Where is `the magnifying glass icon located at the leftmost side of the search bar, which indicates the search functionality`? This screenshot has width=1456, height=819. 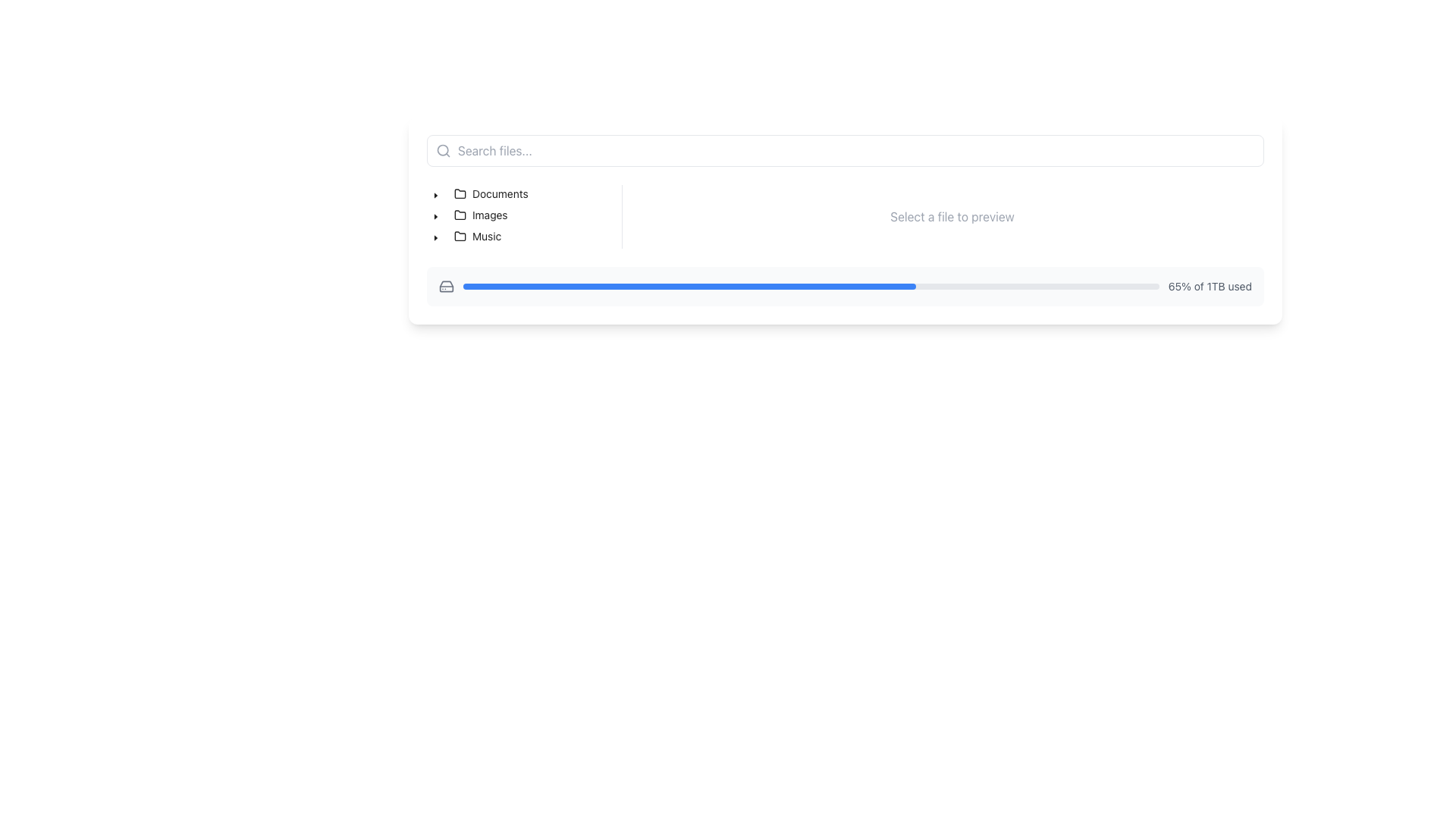
the magnifying glass icon located at the leftmost side of the search bar, which indicates the search functionality is located at coordinates (443, 151).